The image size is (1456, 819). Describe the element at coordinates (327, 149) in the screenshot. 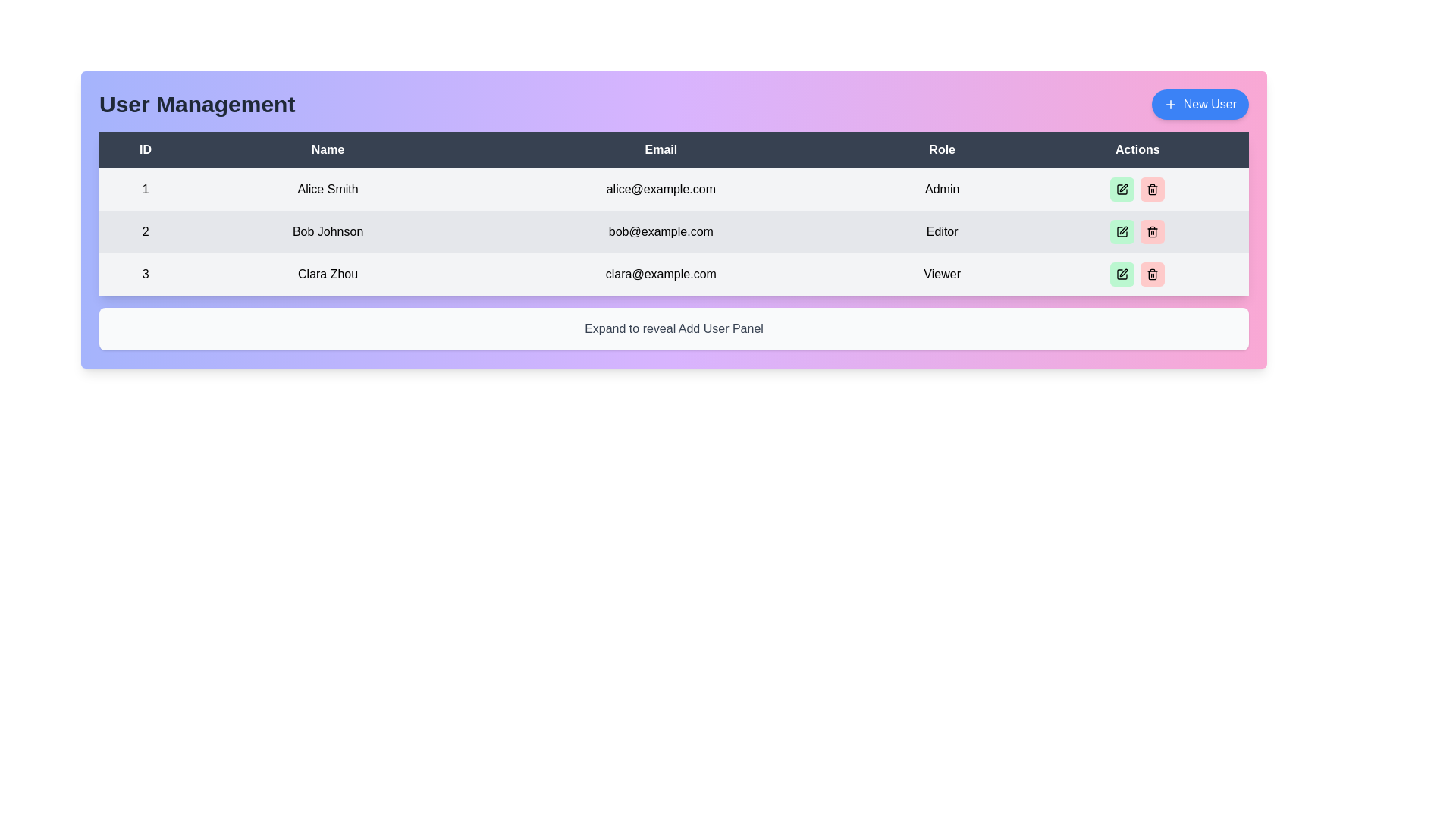

I see `text 'Name' from the header of the 'Name' column in the data table, which is located in the second column of the table header, between the 'ID' and 'Email' columns` at that location.